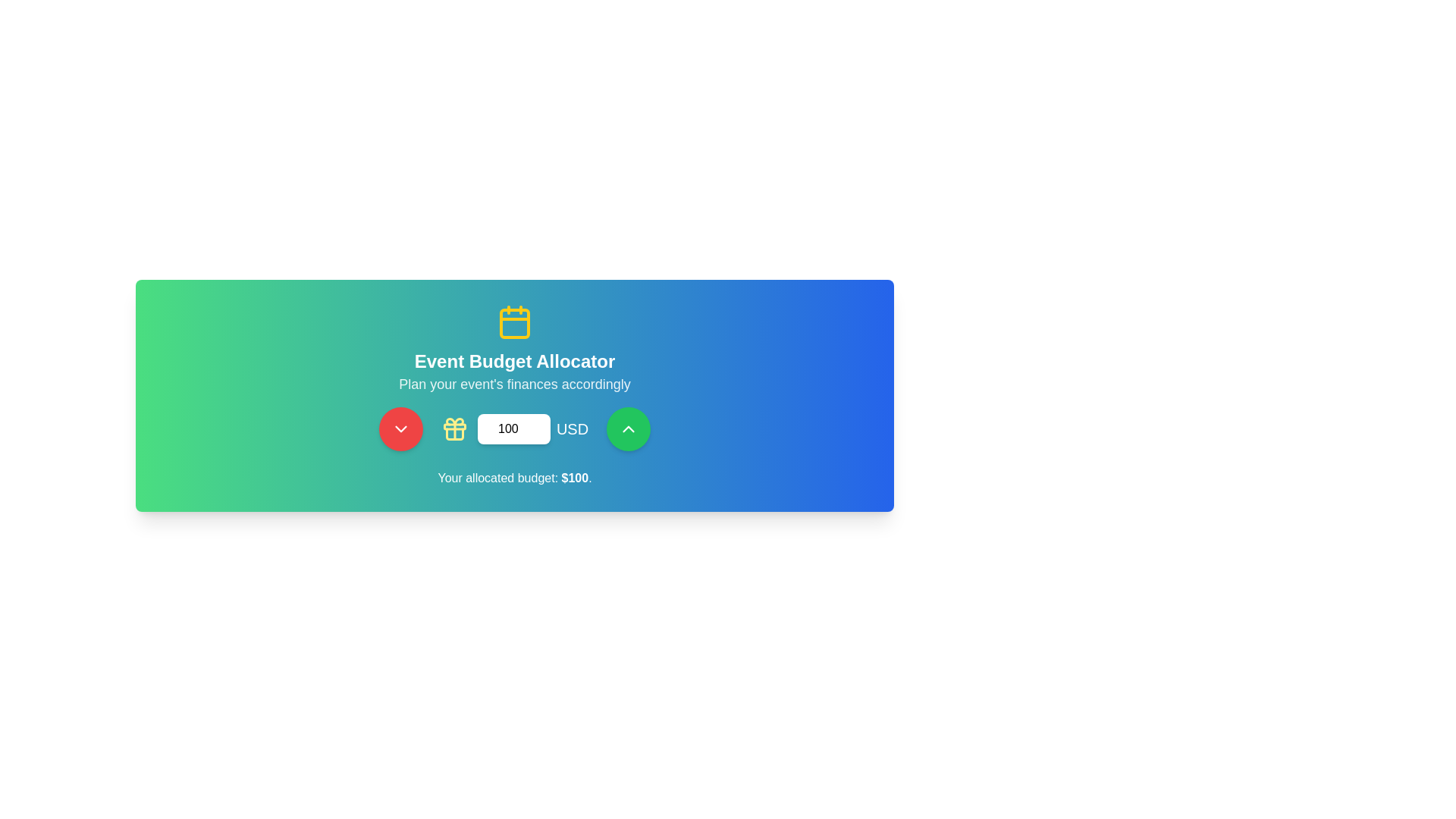 Image resolution: width=1456 pixels, height=819 pixels. What do you see at coordinates (629, 429) in the screenshot?
I see `the increment button` at bounding box center [629, 429].